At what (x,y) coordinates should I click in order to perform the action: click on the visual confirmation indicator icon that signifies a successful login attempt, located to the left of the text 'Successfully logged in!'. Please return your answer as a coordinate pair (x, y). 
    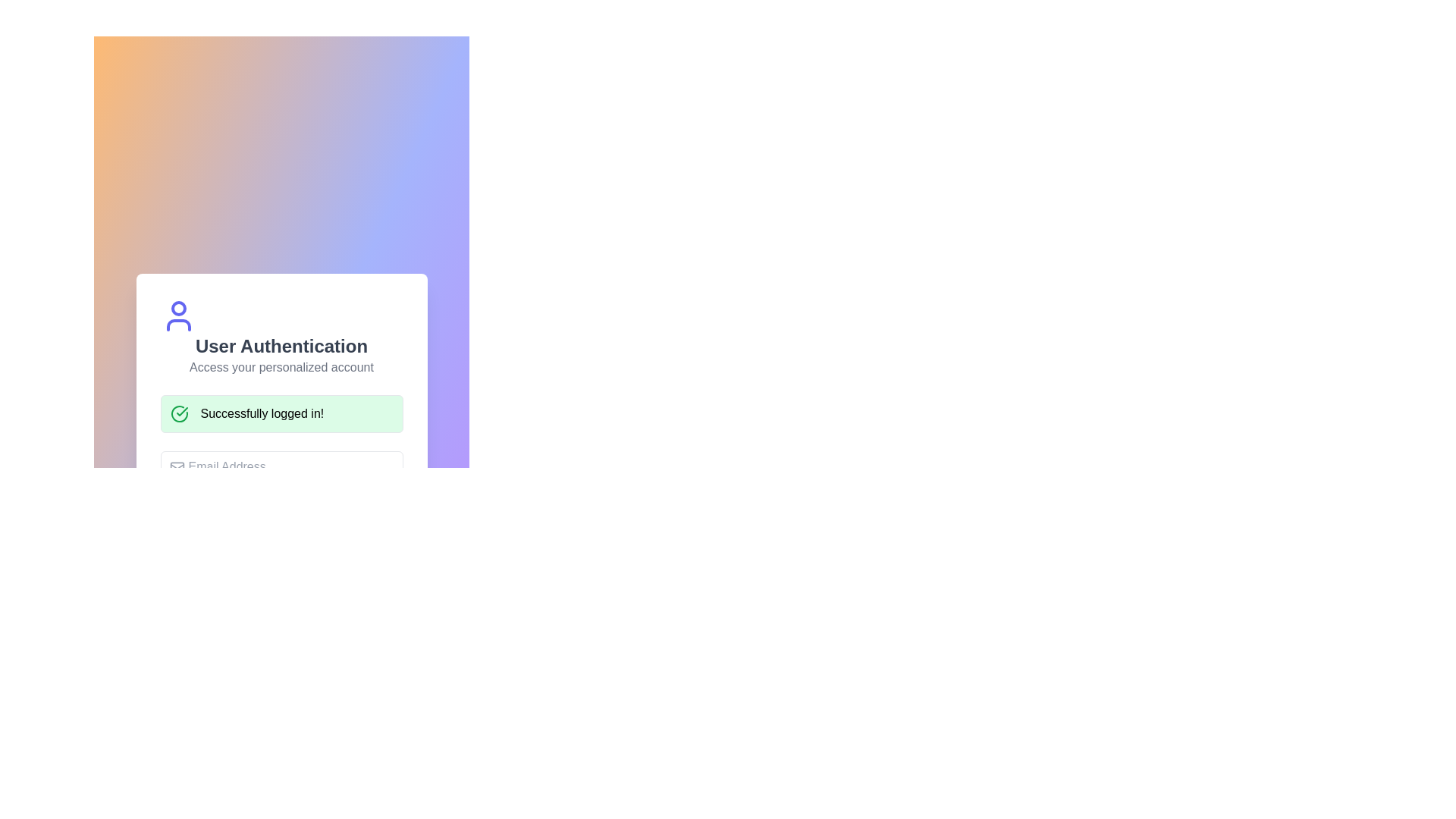
    Looking at the image, I should click on (179, 414).